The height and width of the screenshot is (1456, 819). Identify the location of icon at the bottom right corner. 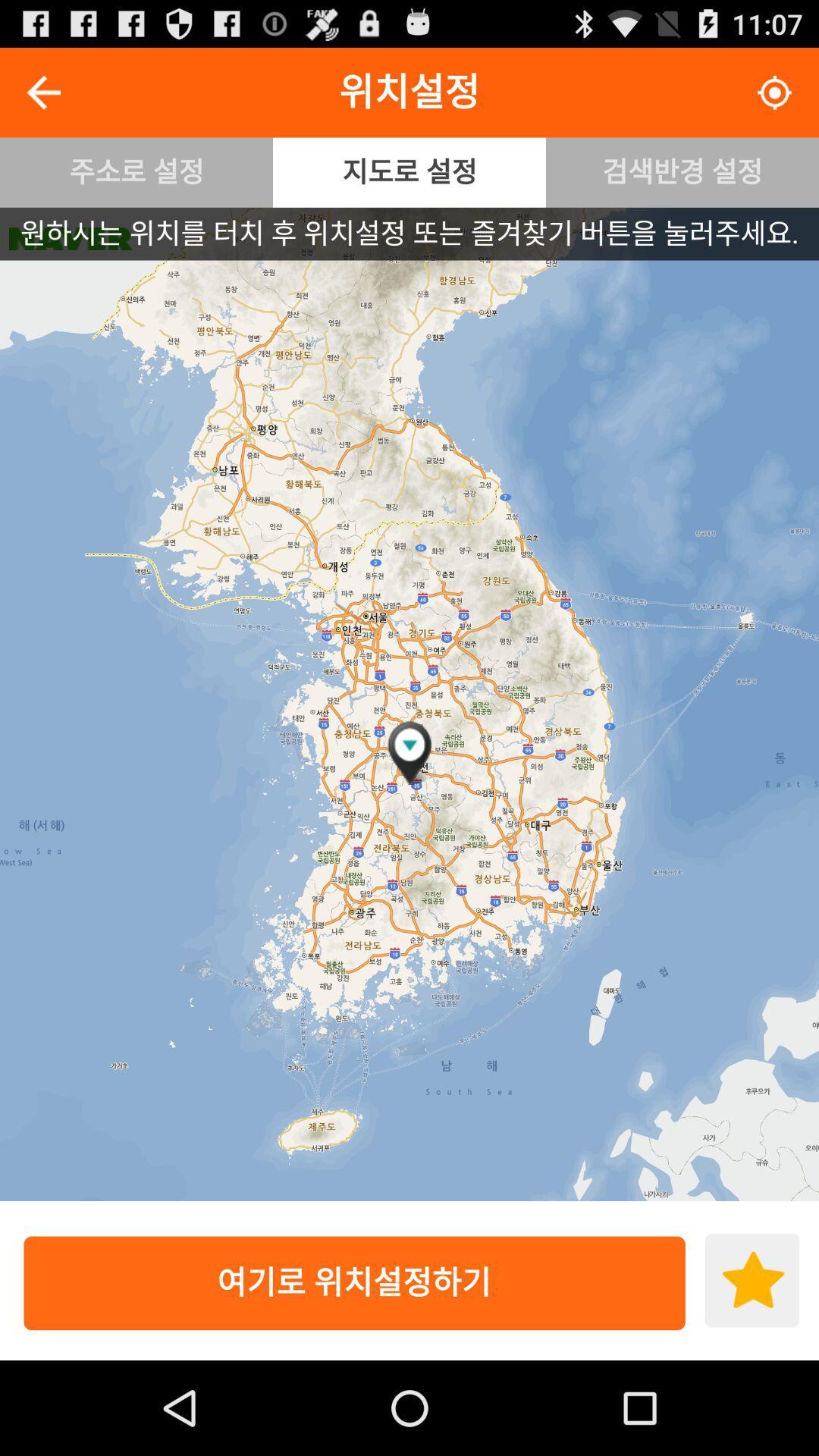
(752, 1279).